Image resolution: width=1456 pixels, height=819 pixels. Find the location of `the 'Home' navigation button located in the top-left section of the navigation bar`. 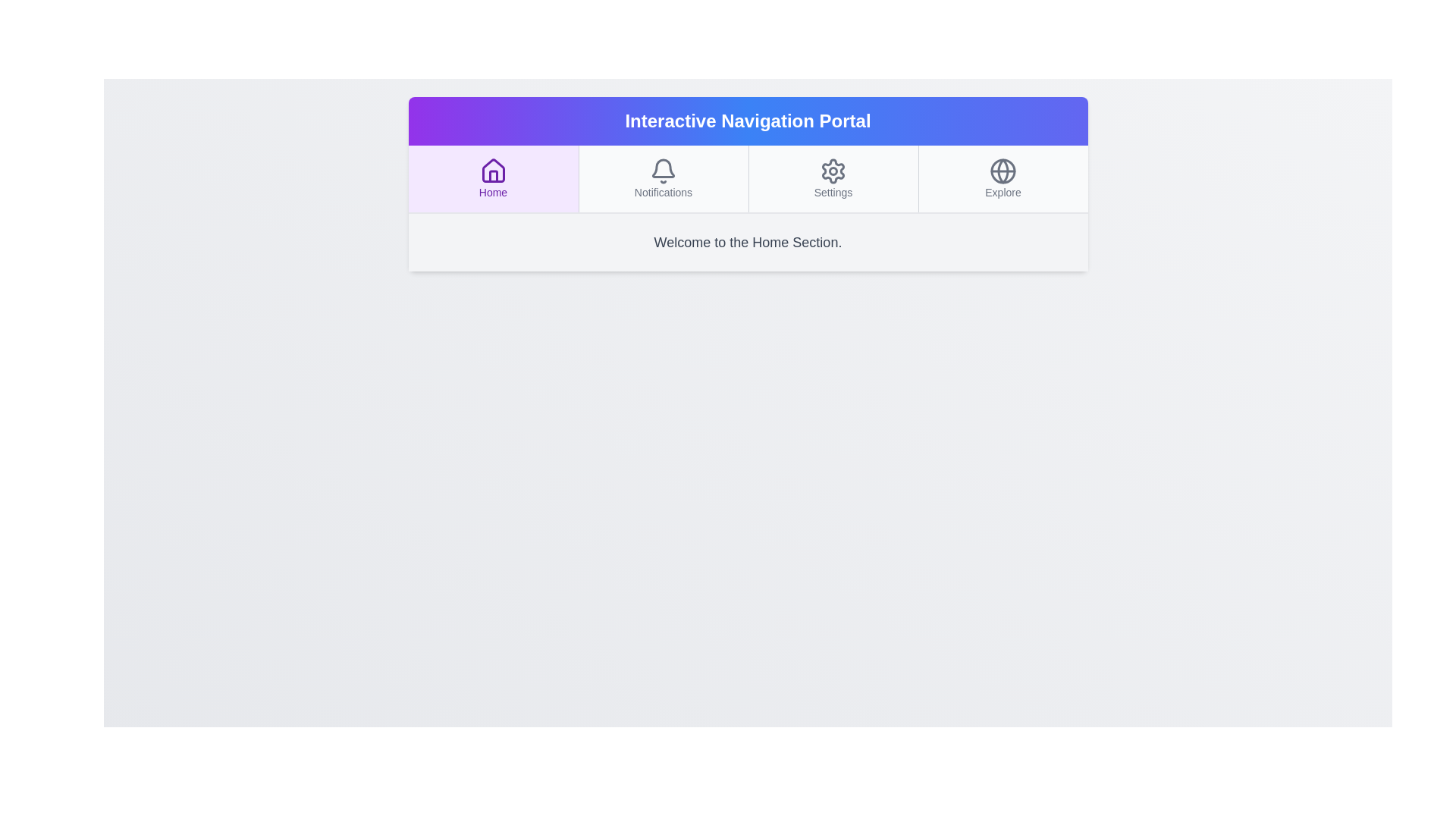

the 'Home' navigation button located in the top-left section of the navigation bar is located at coordinates (493, 177).